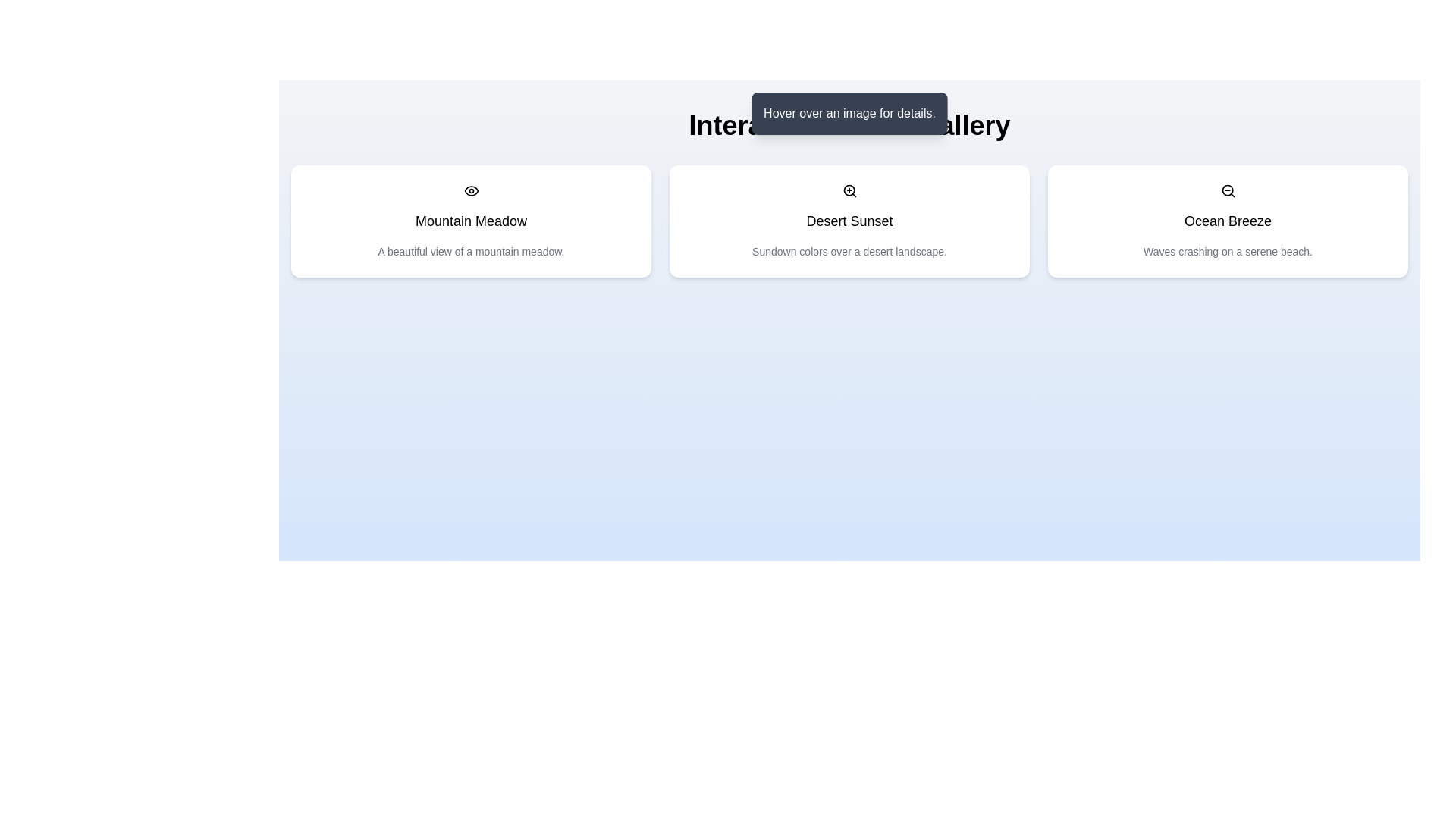 This screenshot has height=819, width=1456. What do you see at coordinates (849, 250) in the screenshot?
I see `descriptive text label located beneath the title text 'Desert Sunset', which provides additional information about the content` at bounding box center [849, 250].